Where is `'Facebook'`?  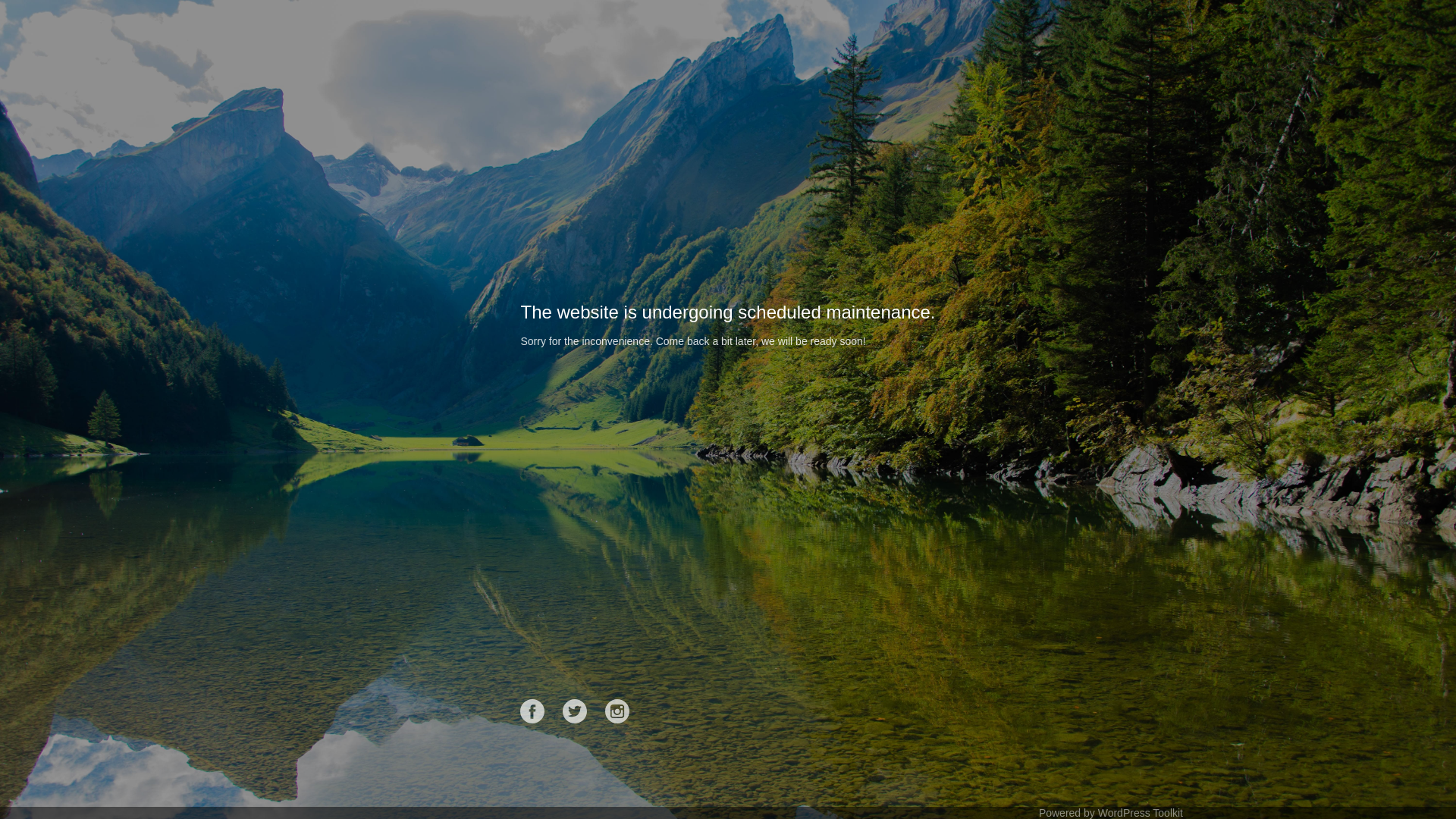 'Facebook' is located at coordinates (532, 711).